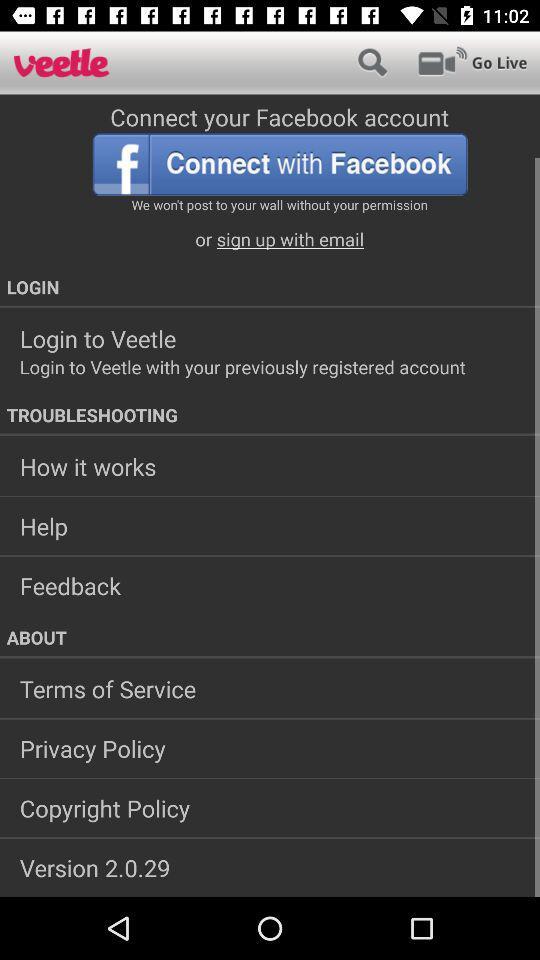 The width and height of the screenshot is (540, 960). I want to click on go live, so click(472, 62).